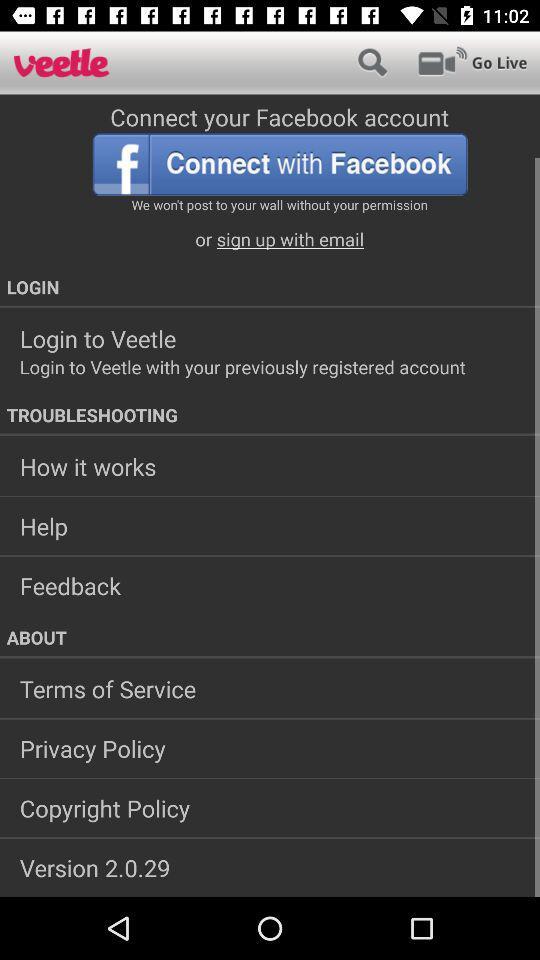 The width and height of the screenshot is (540, 960). I want to click on go live, so click(472, 62).